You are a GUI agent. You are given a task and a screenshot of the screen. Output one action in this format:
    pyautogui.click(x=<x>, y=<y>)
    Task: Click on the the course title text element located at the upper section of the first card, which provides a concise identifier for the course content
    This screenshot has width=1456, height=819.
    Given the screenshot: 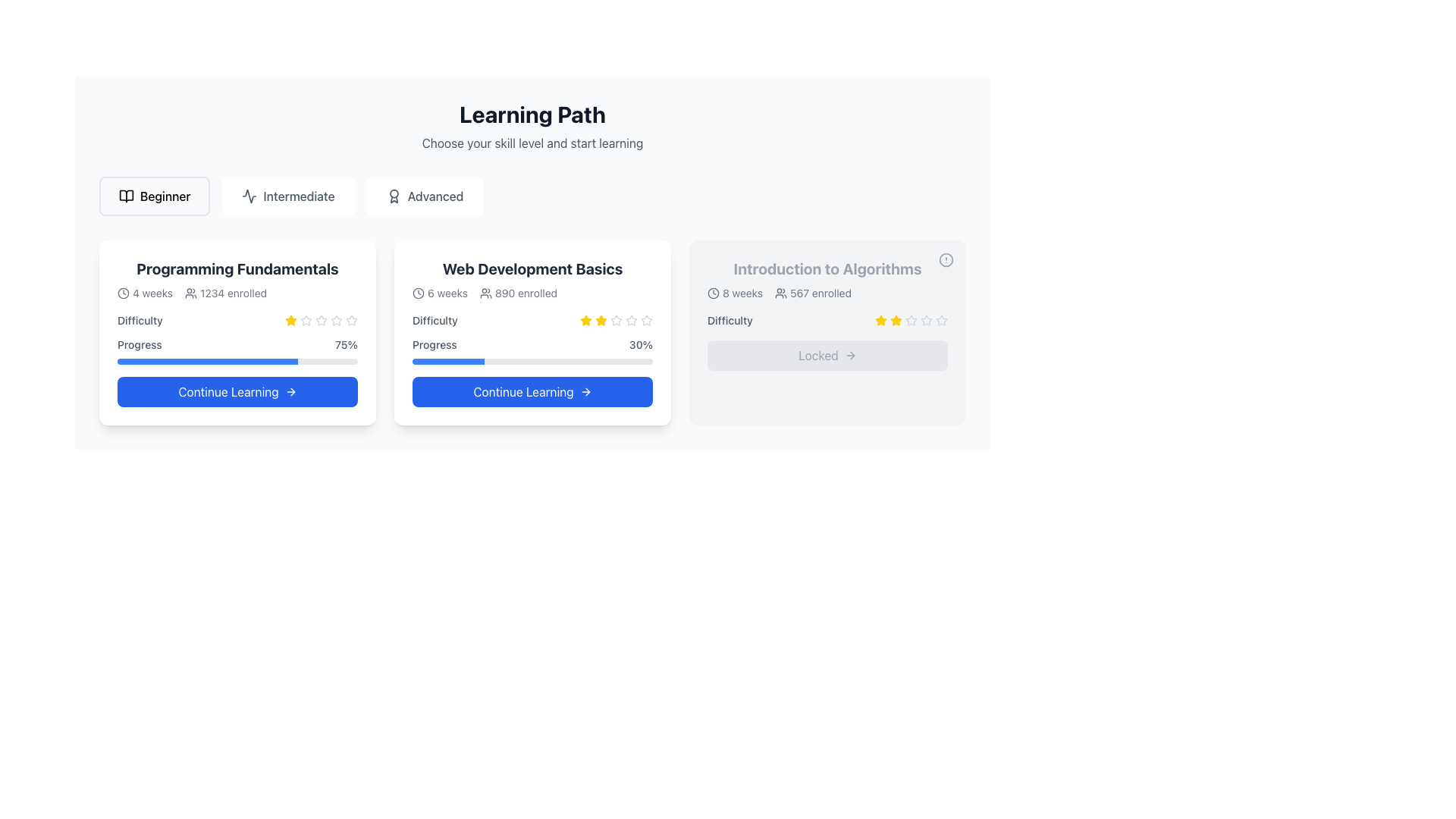 What is the action you would take?
    pyautogui.click(x=237, y=268)
    